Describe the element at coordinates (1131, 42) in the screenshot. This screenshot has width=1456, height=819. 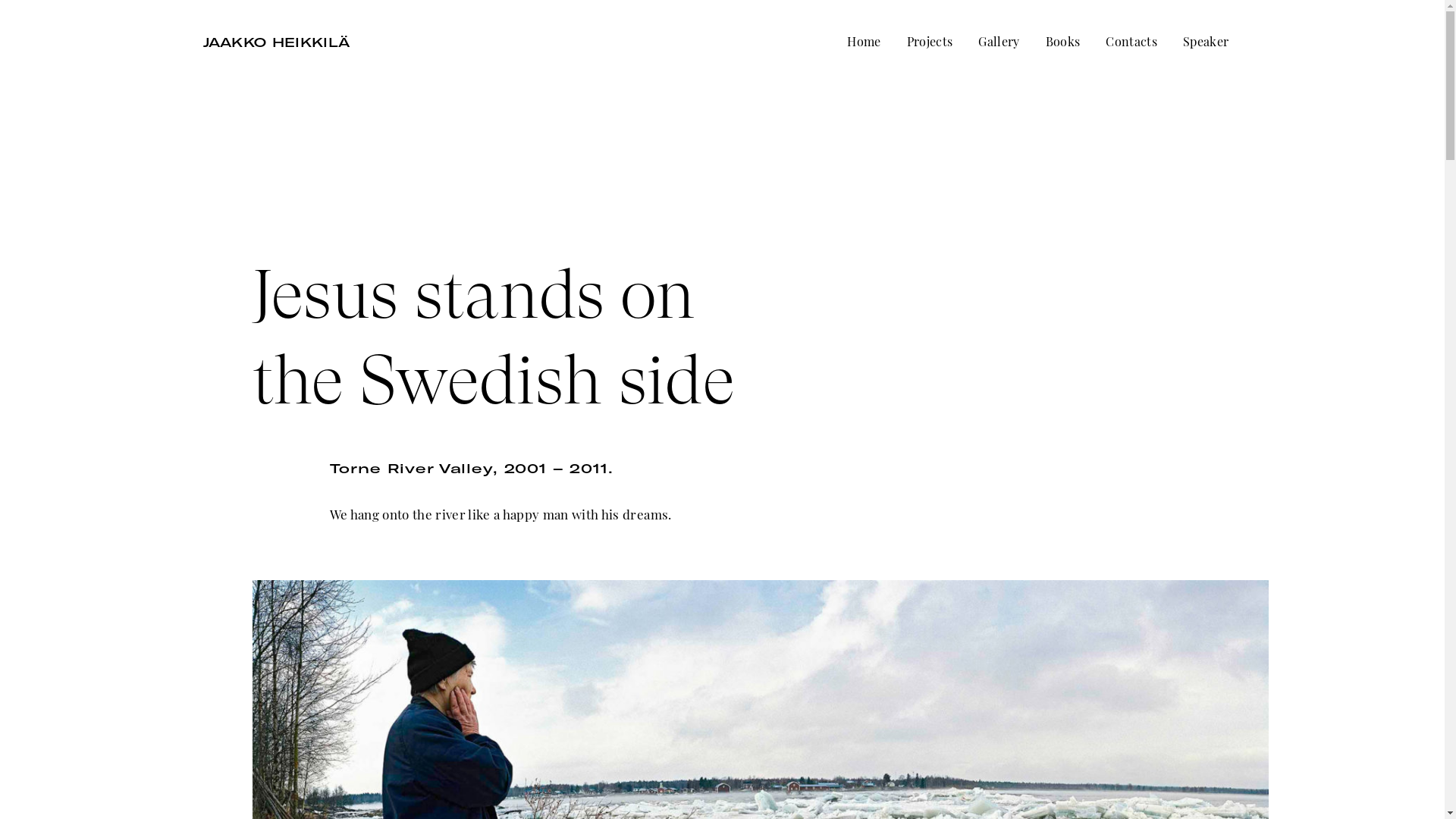
I see `'Contacts'` at that location.